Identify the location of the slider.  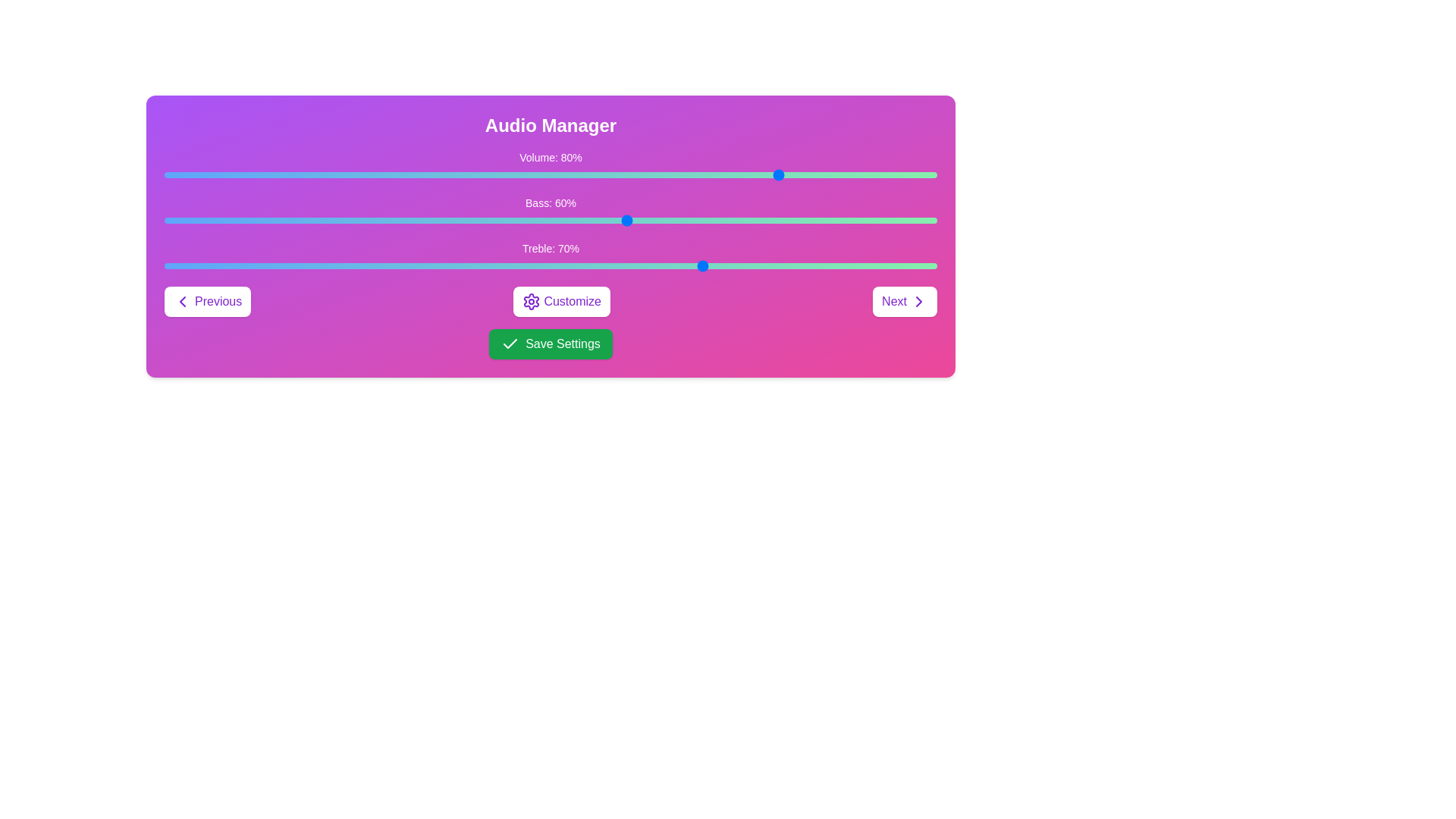
(434, 265).